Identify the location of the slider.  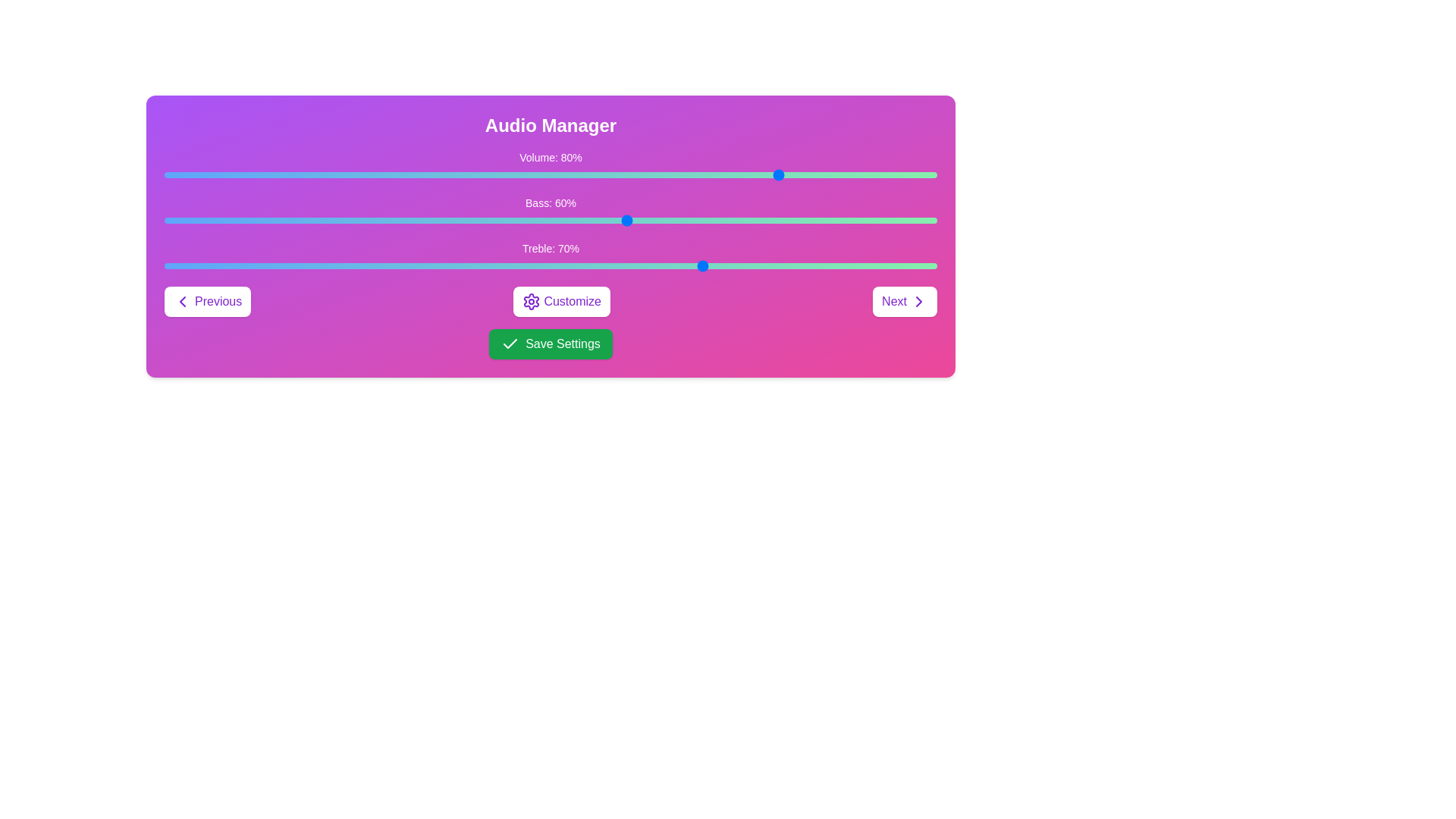
(434, 265).